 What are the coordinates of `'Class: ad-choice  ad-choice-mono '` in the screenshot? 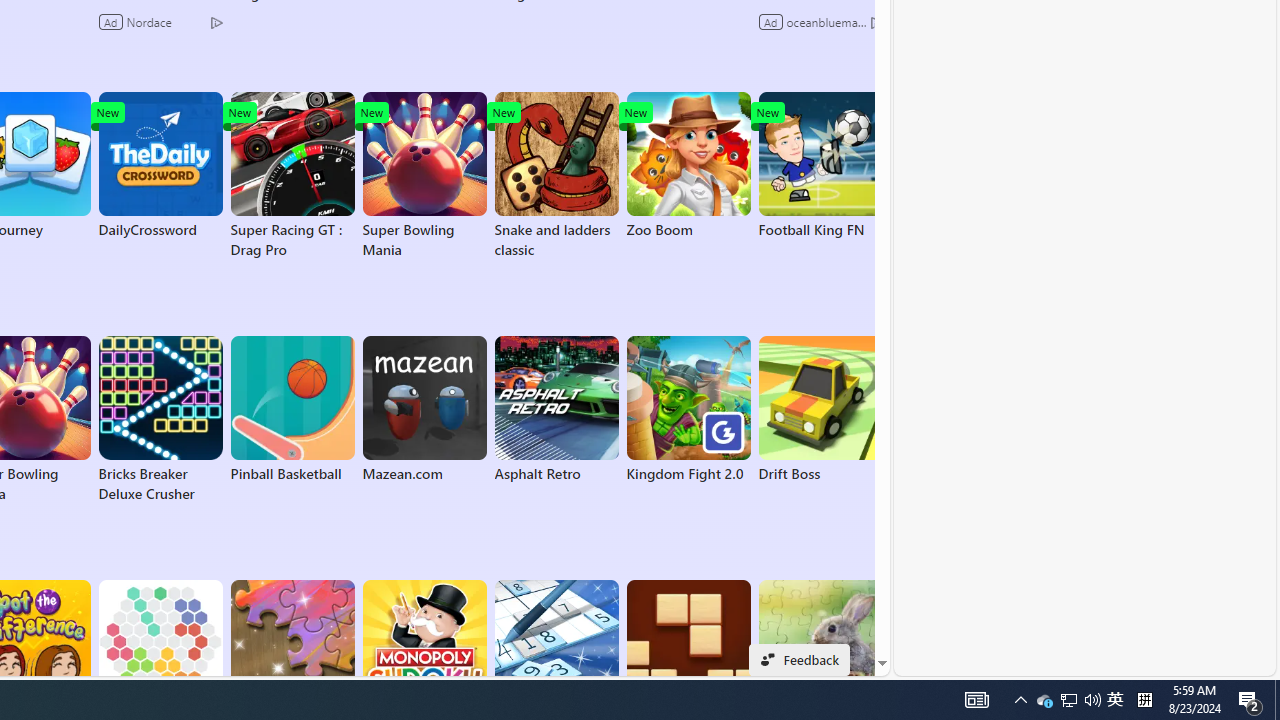 It's located at (876, 21).